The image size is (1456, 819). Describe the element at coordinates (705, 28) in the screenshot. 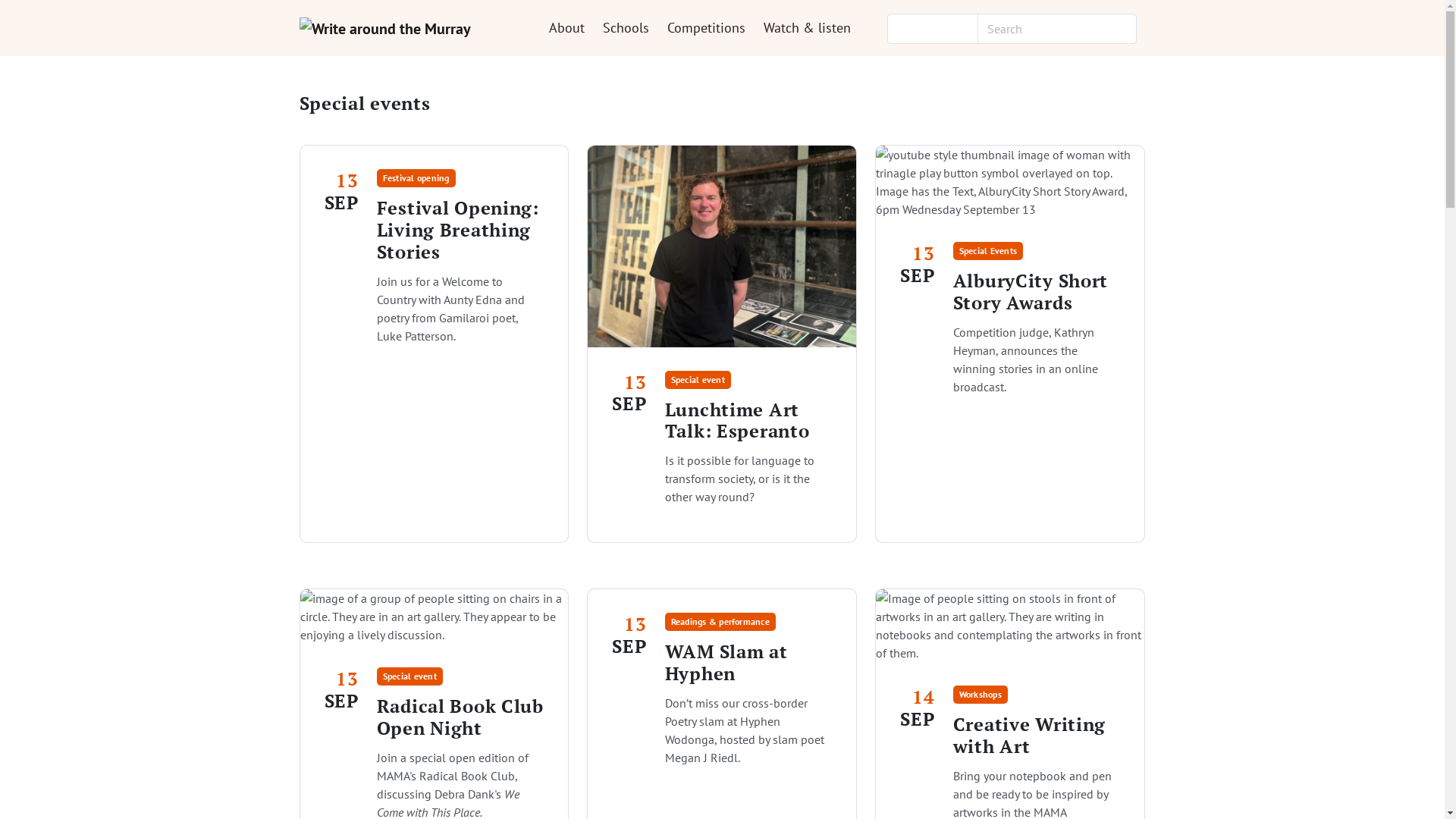

I see `'Competitions'` at that location.